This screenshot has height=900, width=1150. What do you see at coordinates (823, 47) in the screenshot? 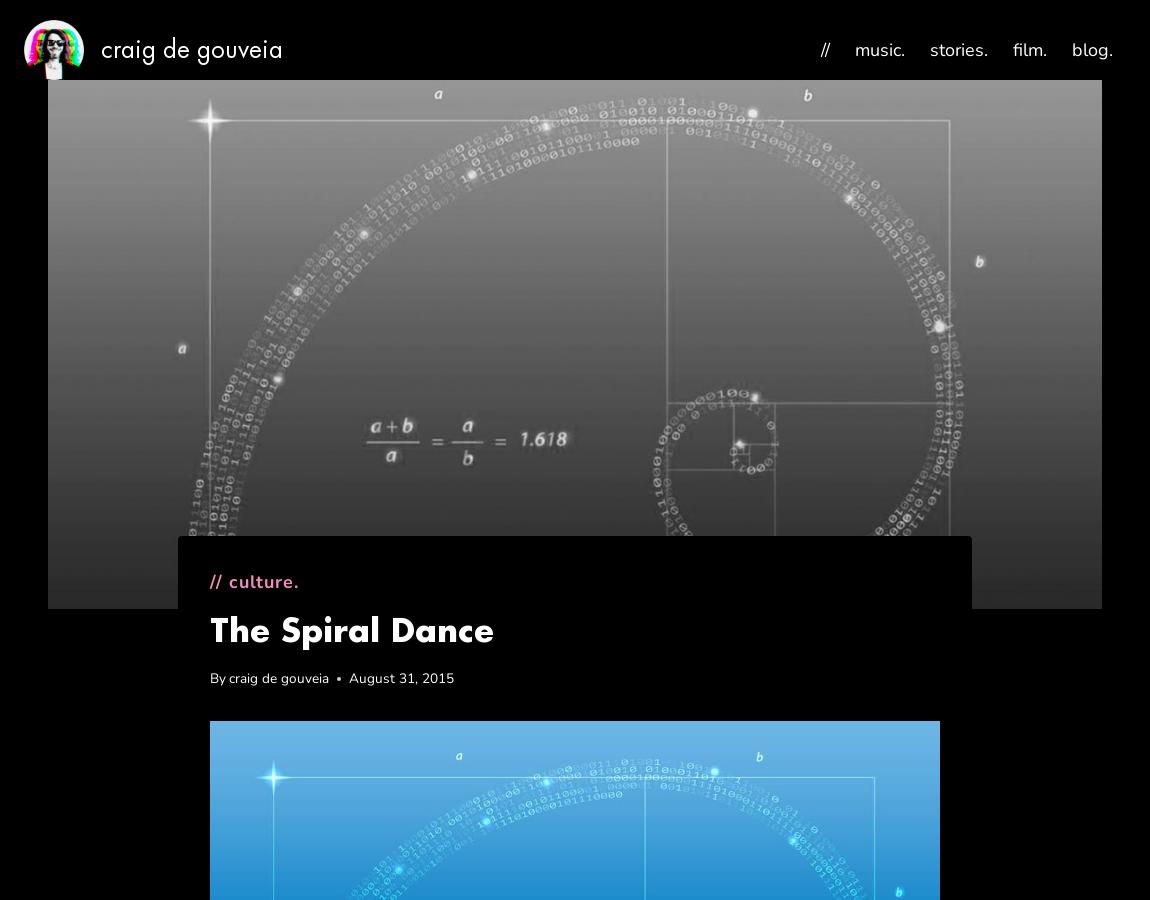
I see `'//'` at bounding box center [823, 47].